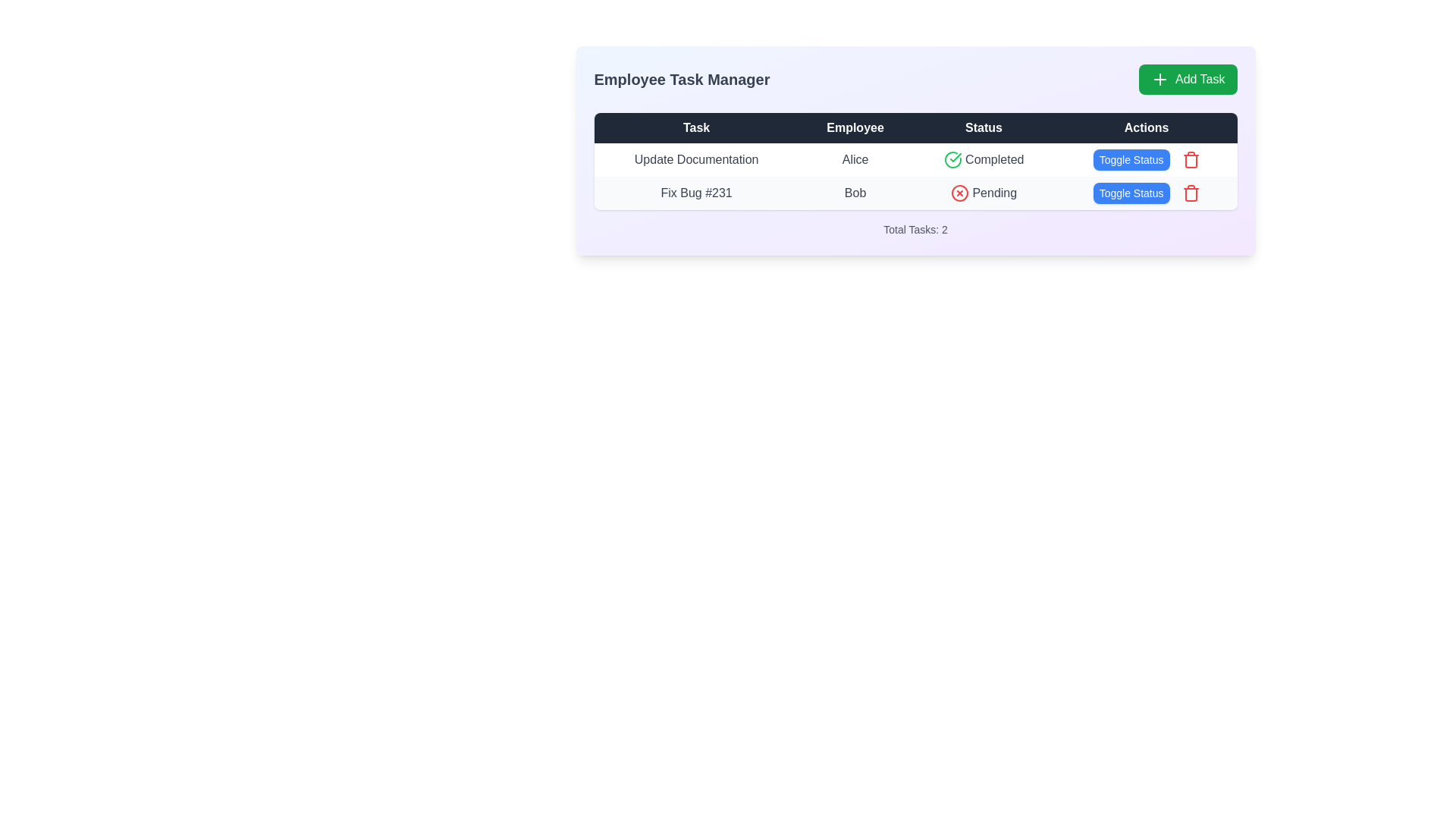  Describe the element at coordinates (984, 160) in the screenshot. I see `the Status indicator element that displays the task's completion status, located in the third column of the first row under the 'Status' header` at that location.